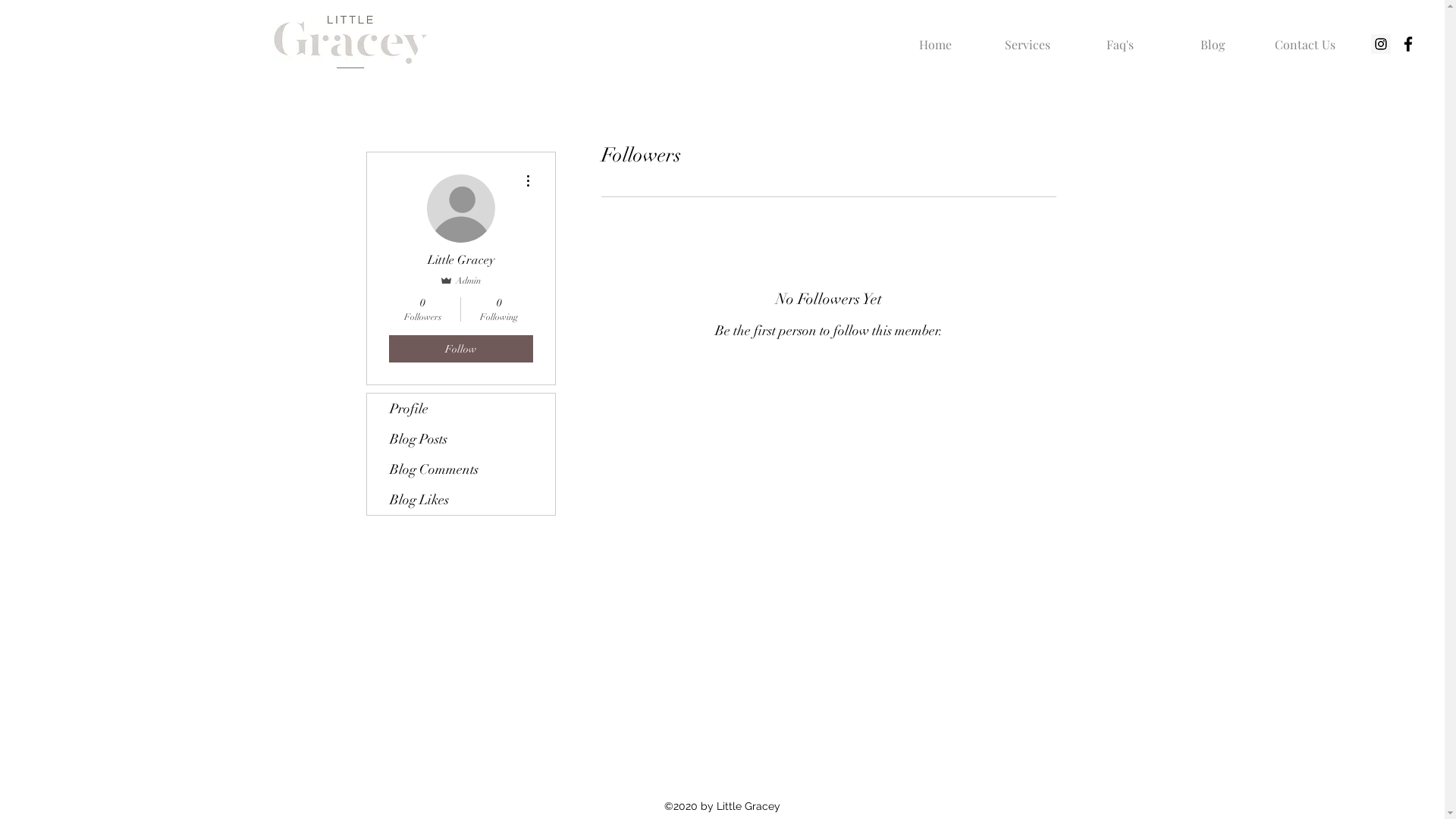 The width and height of the screenshot is (1456, 819). Describe the element at coordinates (1120, 37) in the screenshot. I see `'Faq's'` at that location.